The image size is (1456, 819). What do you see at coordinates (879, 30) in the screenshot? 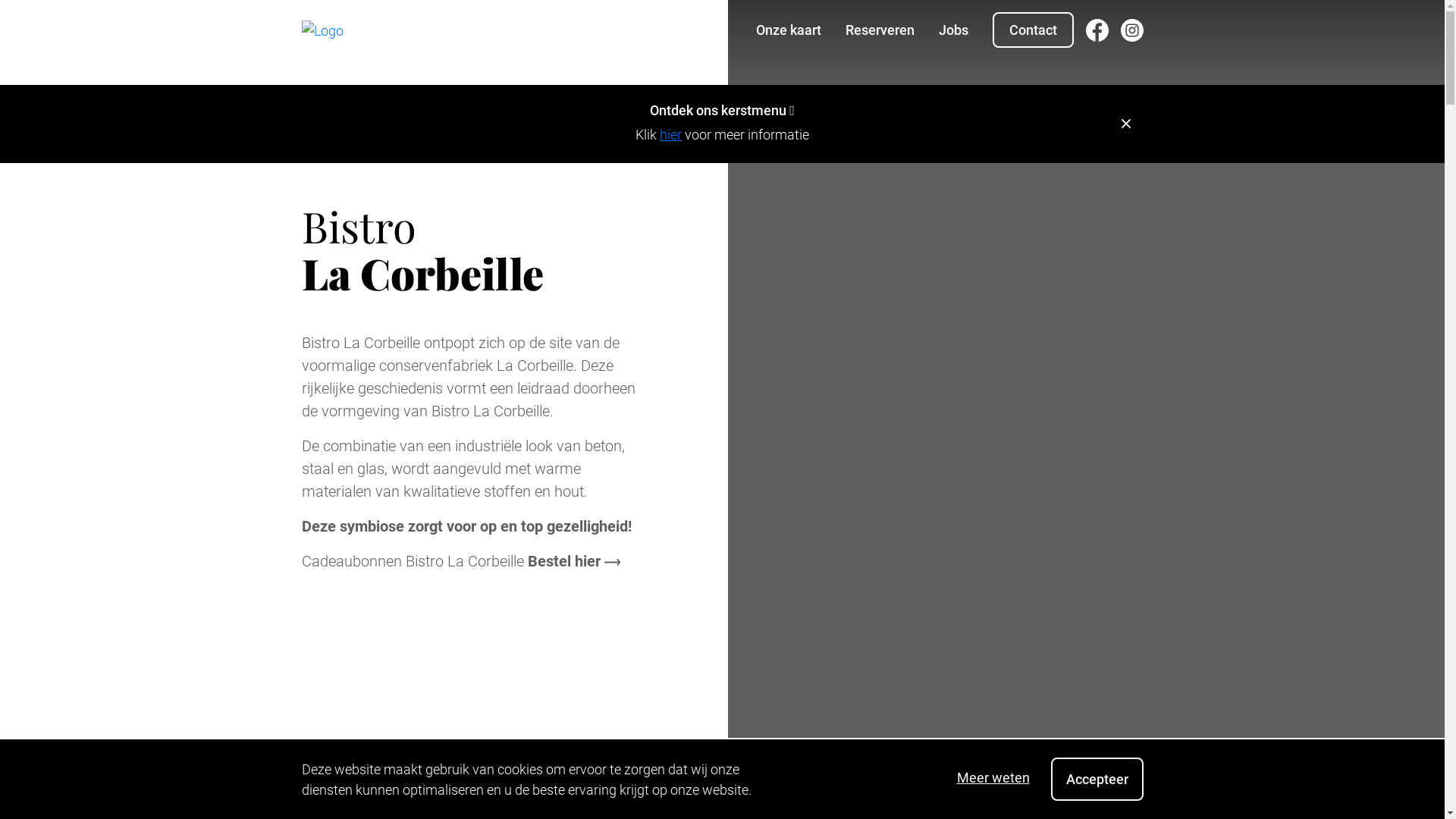
I see `'Reserveren'` at bounding box center [879, 30].